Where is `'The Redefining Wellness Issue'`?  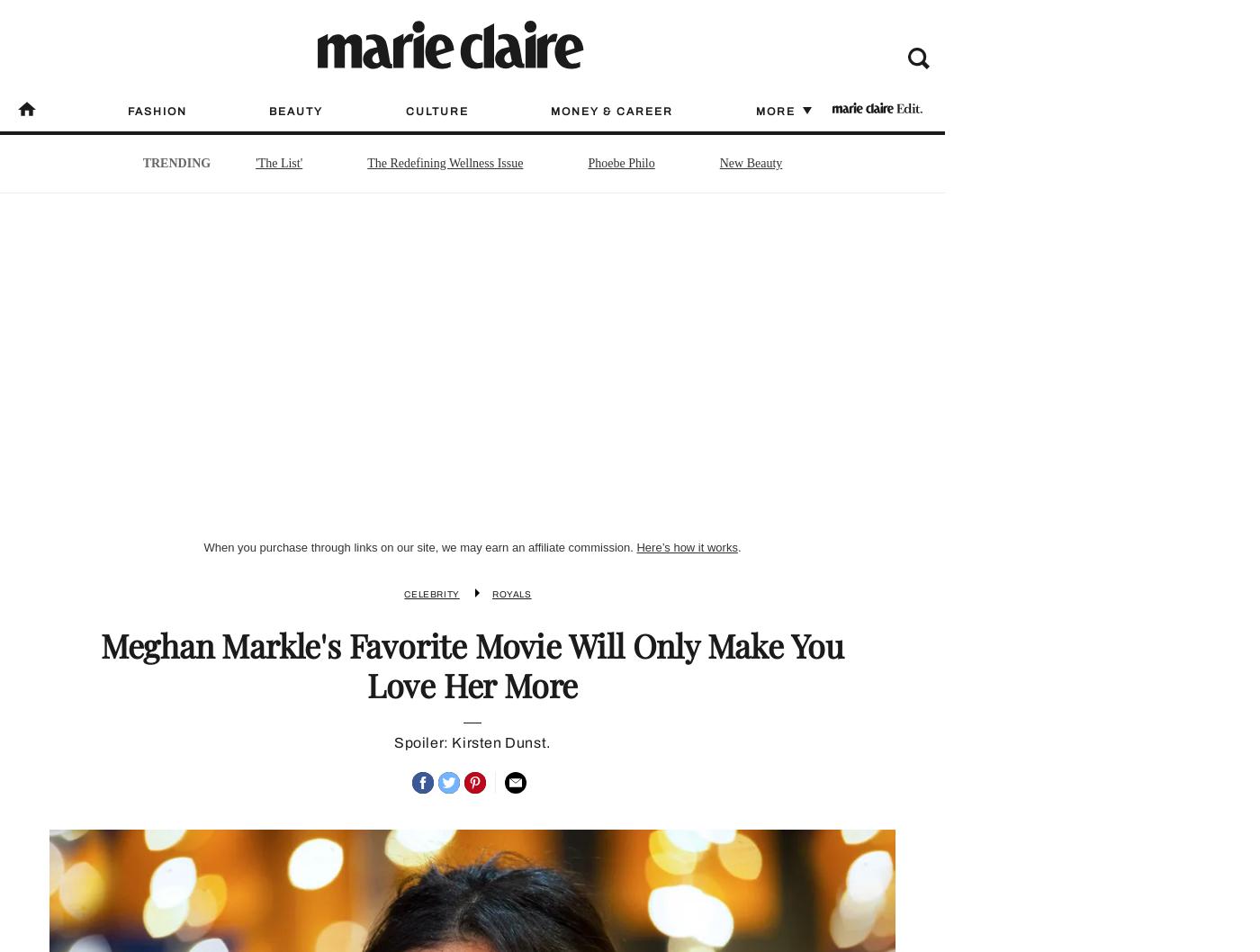
'The Redefining Wellness Issue' is located at coordinates (445, 163).